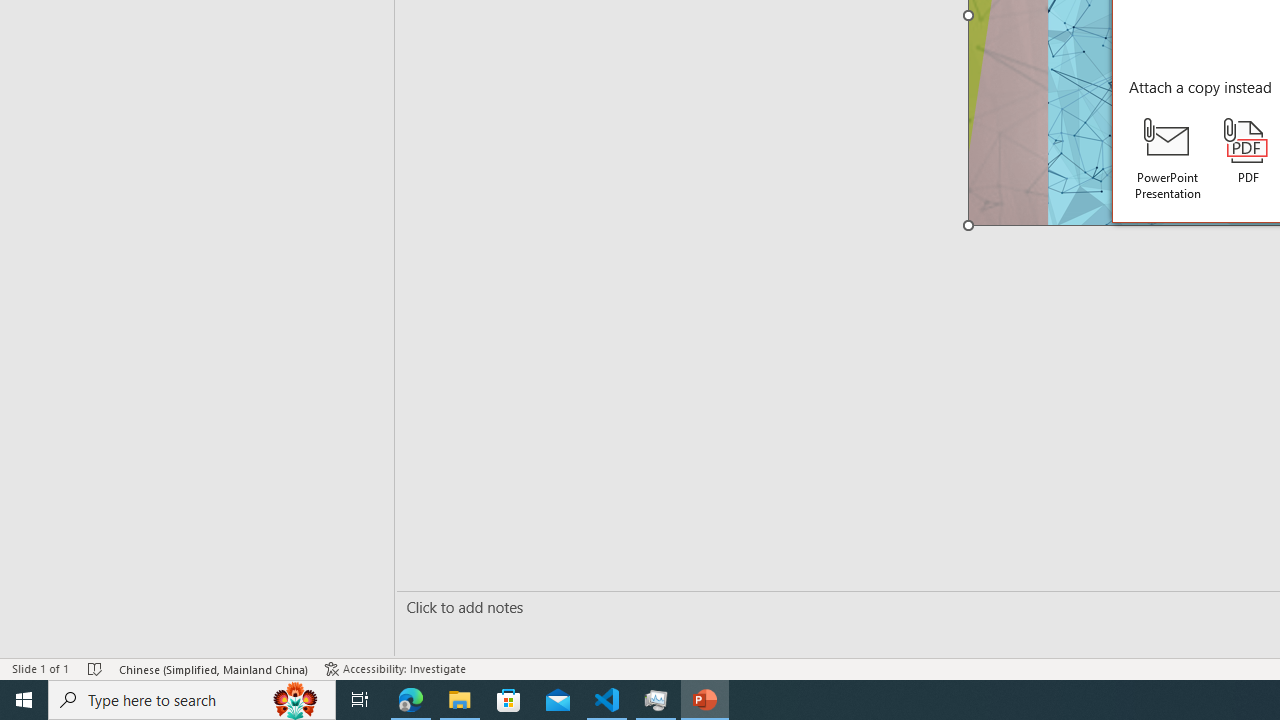 The image size is (1280, 720). What do you see at coordinates (359, 698) in the screenshot?
I see `'Task View'` at bounding box center [359, 698].